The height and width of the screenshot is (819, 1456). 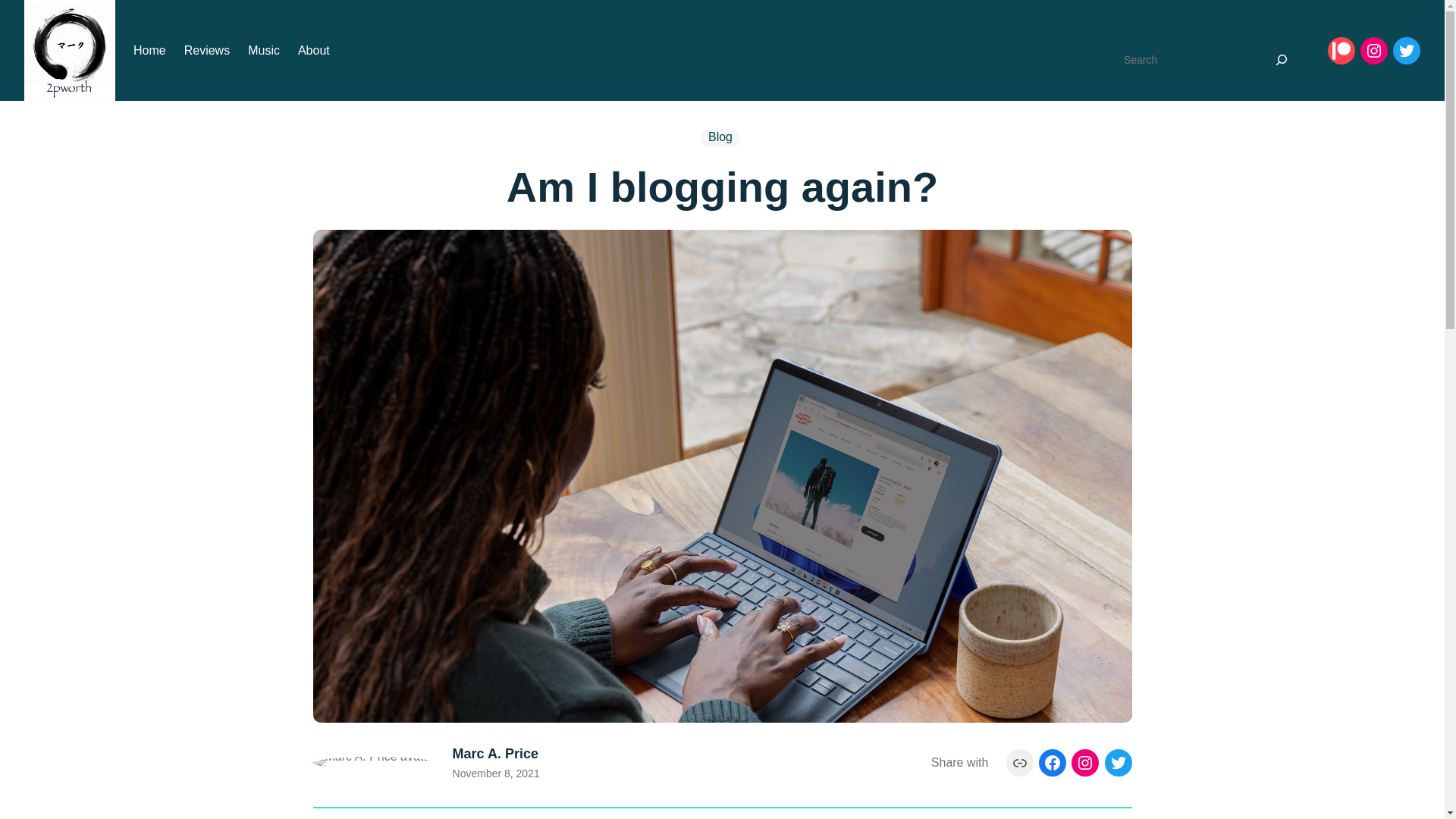 What do you see at coordinates (206, 49) in the screenshot?
I see `'Reviews'` at bounding box center [206, 49].